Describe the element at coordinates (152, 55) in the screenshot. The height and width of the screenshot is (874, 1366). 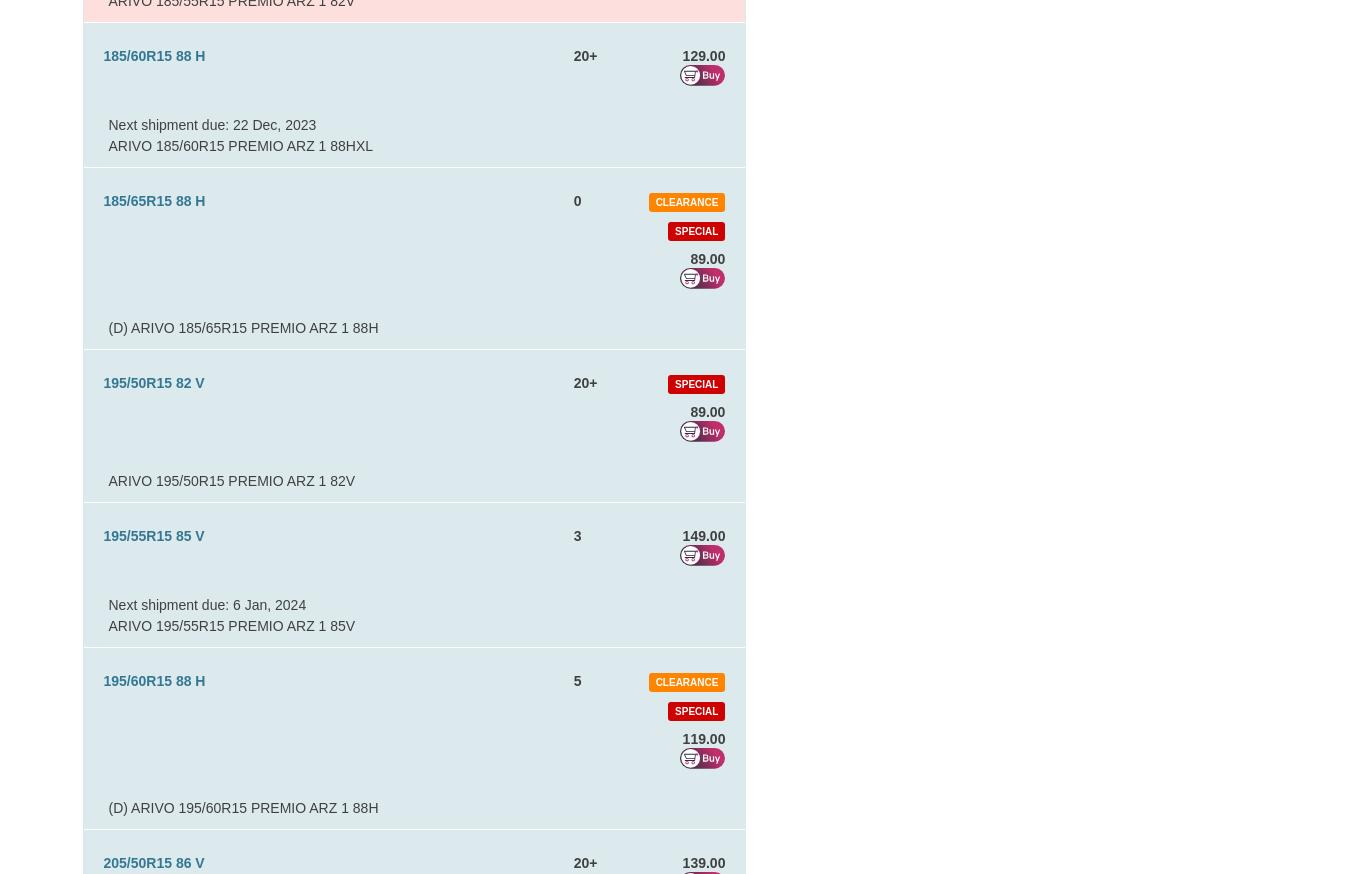
I see `'185/60R15 88 H'` at that location.